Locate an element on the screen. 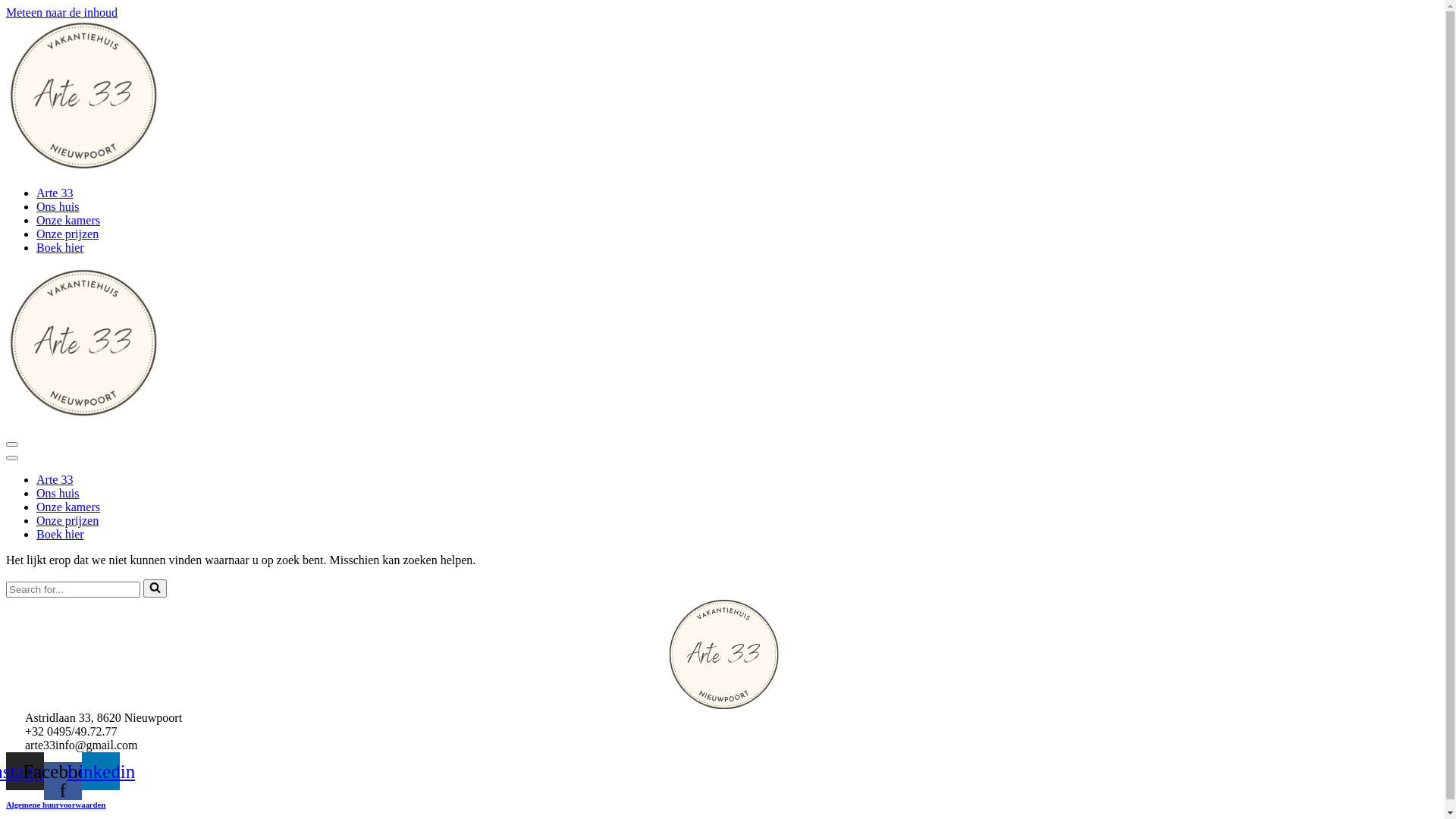  'Boek hier' is located at coordinates (60, 533).